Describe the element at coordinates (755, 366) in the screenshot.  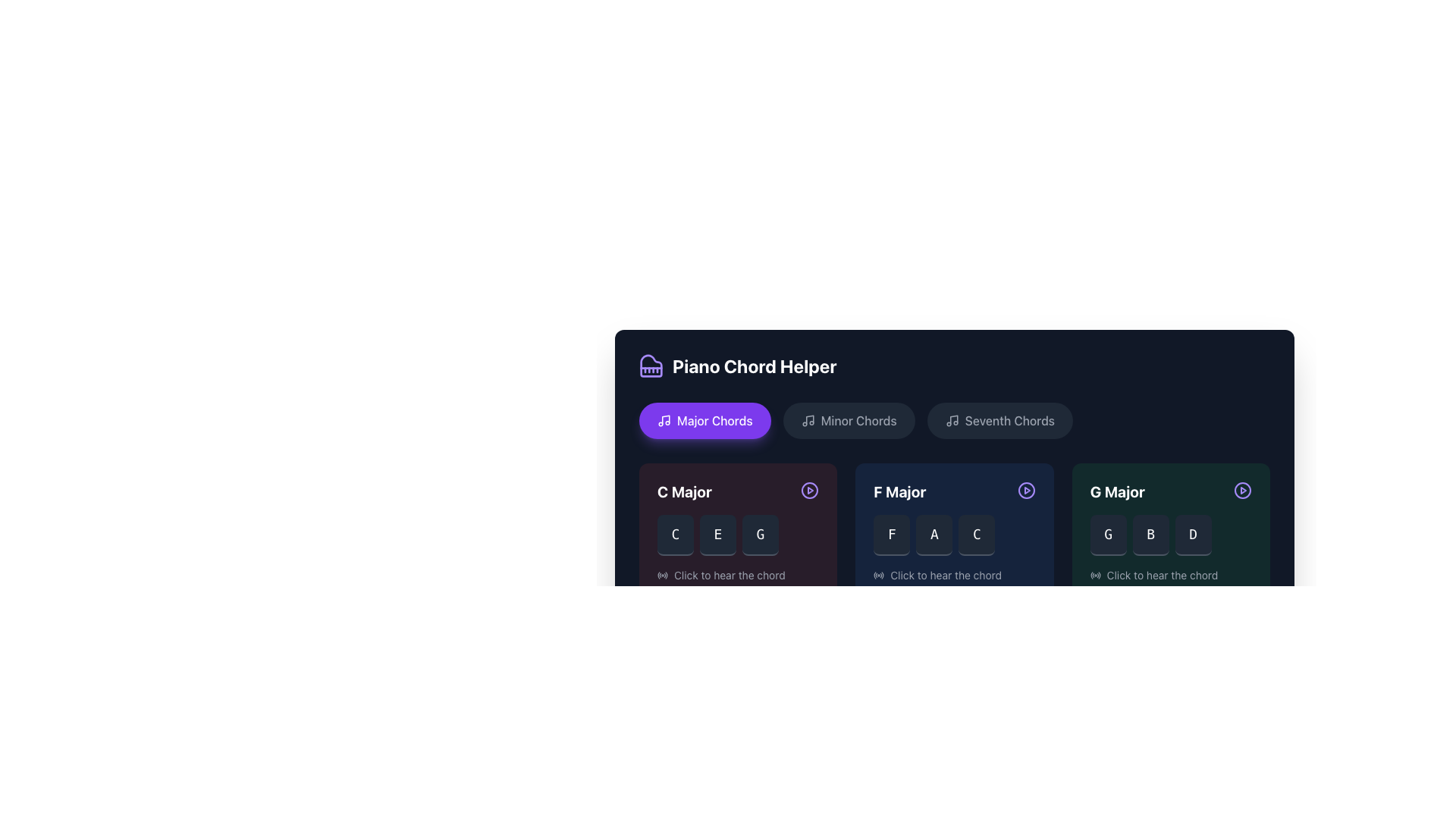
I see `the title text of the piano chord assistance tool, which is centrally positioned and located to the right of a piano icon in the top-left section of the interface` at that location.